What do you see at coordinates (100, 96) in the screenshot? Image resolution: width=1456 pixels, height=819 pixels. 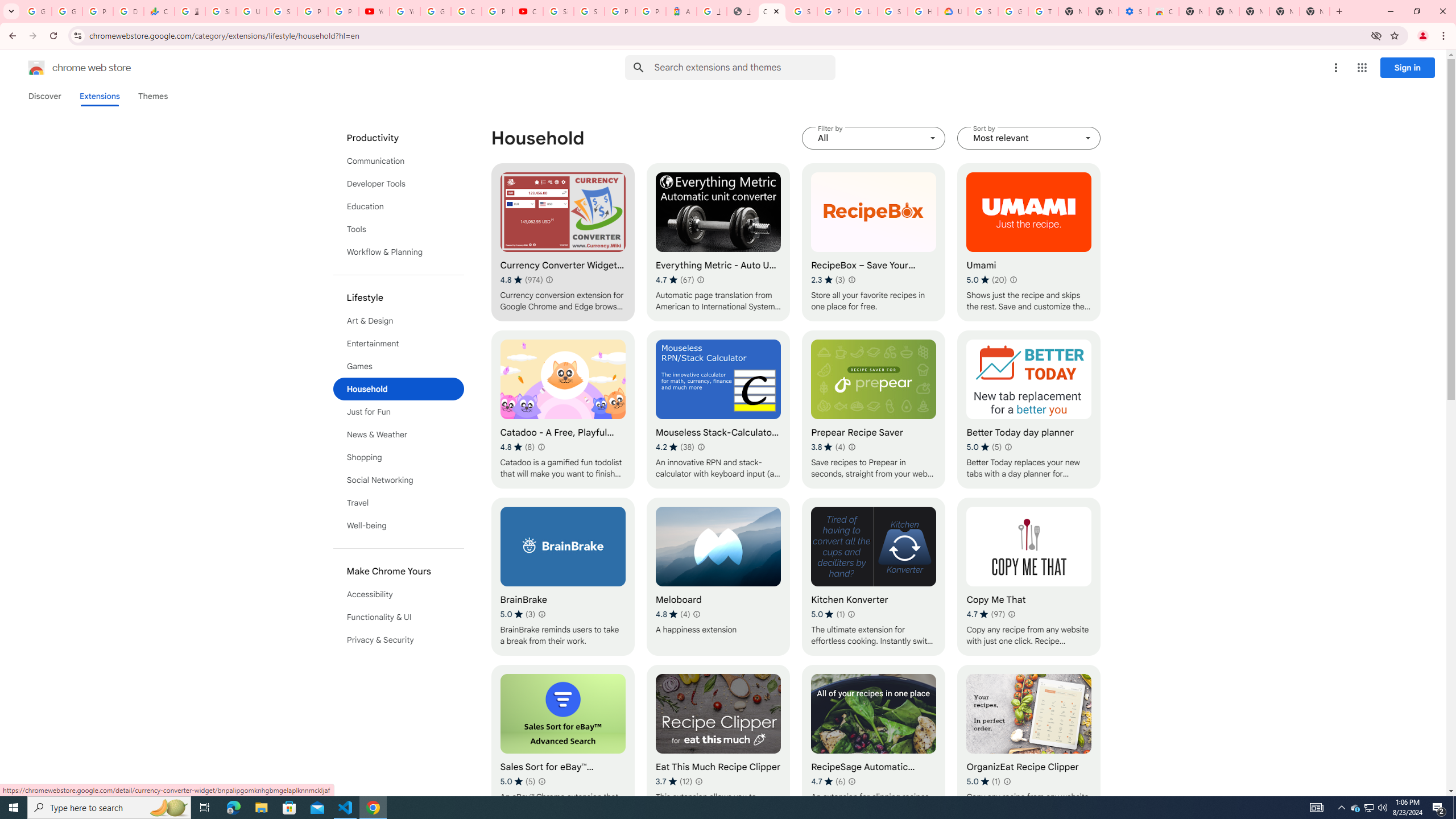 I see `'Extensions'` at bounding box center [100, 96].